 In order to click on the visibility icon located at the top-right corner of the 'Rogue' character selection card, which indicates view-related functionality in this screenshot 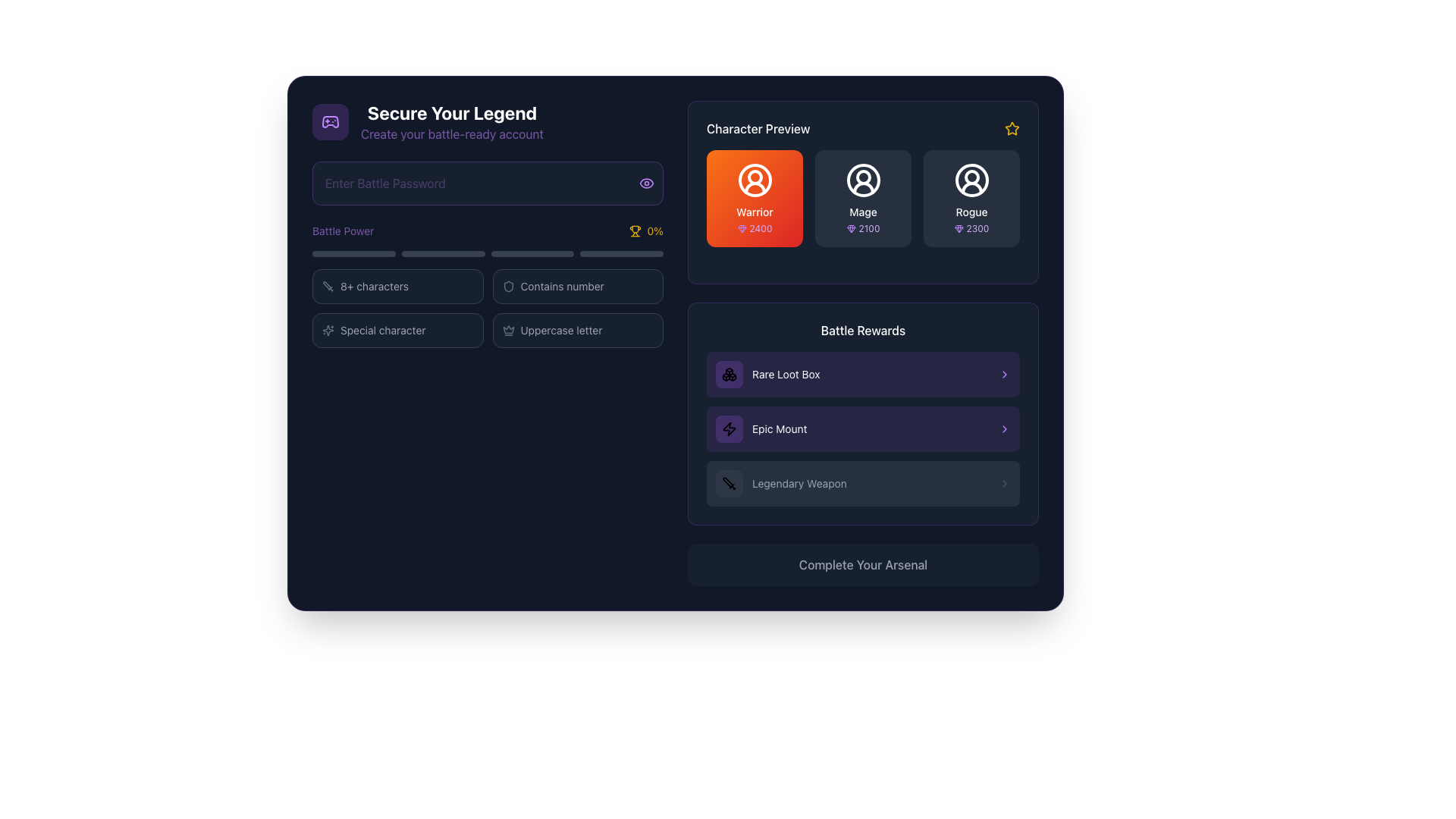, I will do `click(647, 183)`.